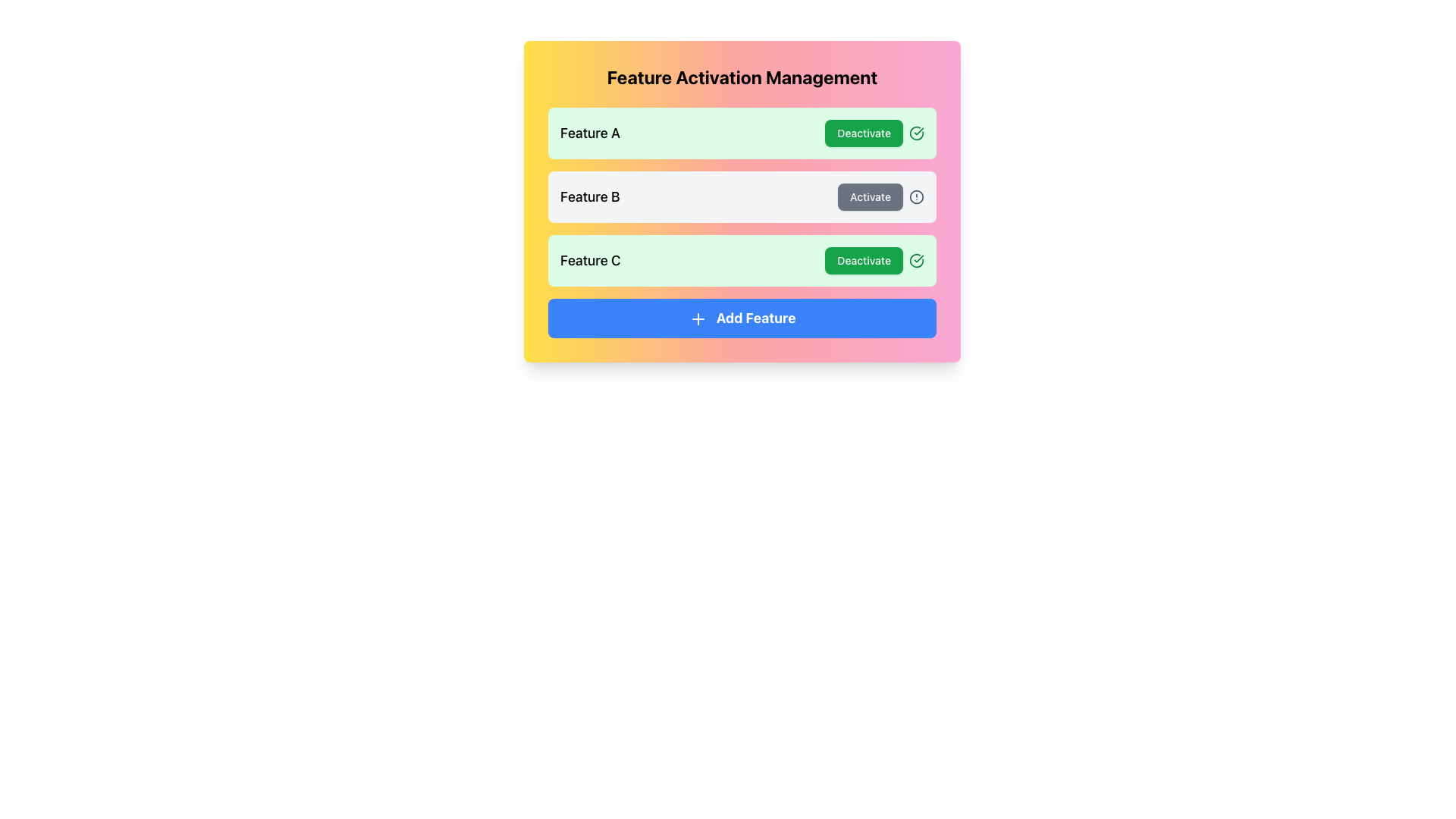 This screenshot has width=1456, height=819. I want to click on the button that deactivates 'Feature A', so click(864, 133).